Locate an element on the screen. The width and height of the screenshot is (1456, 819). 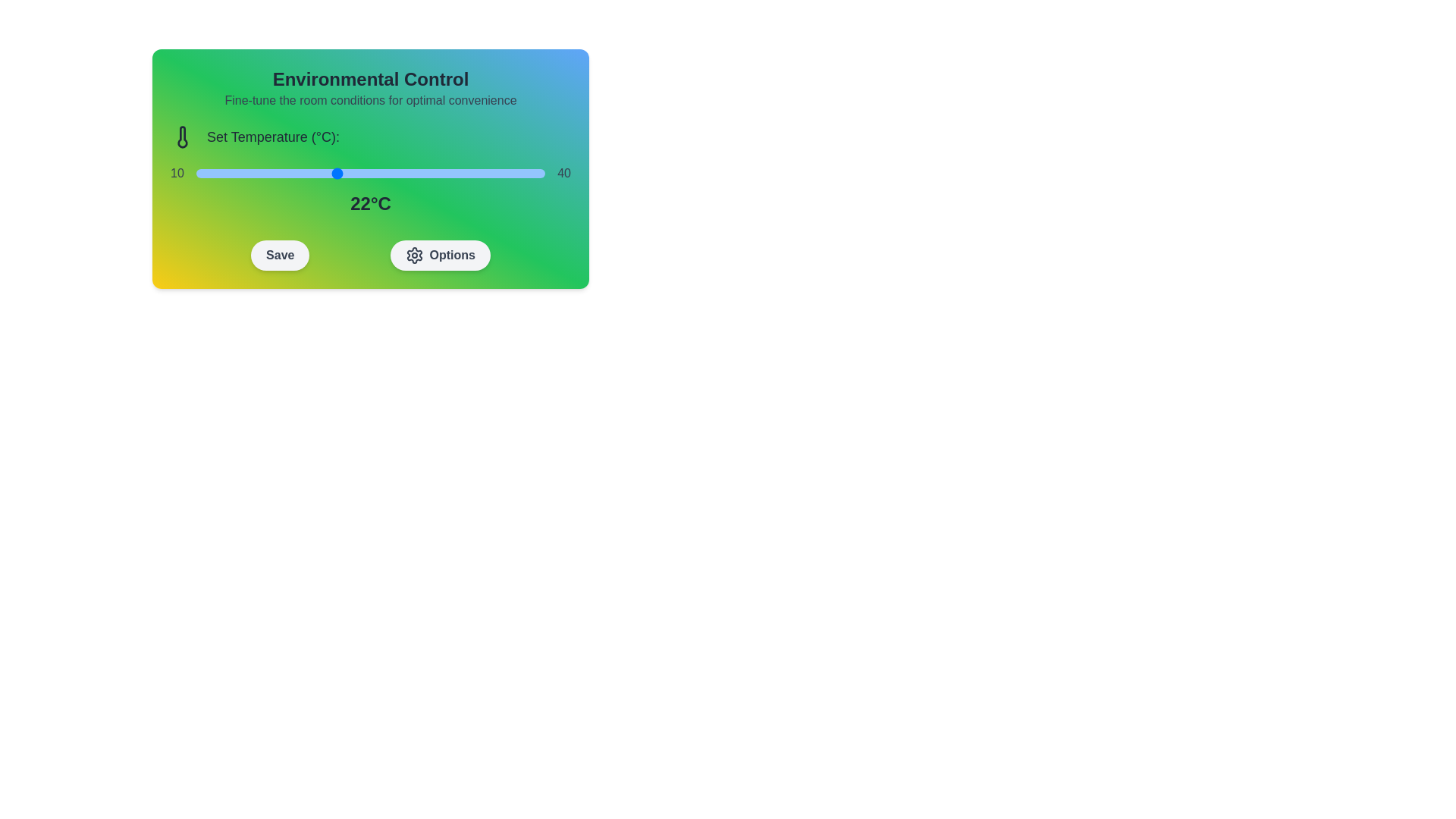
the temperature is located at coordinates (254, 172).